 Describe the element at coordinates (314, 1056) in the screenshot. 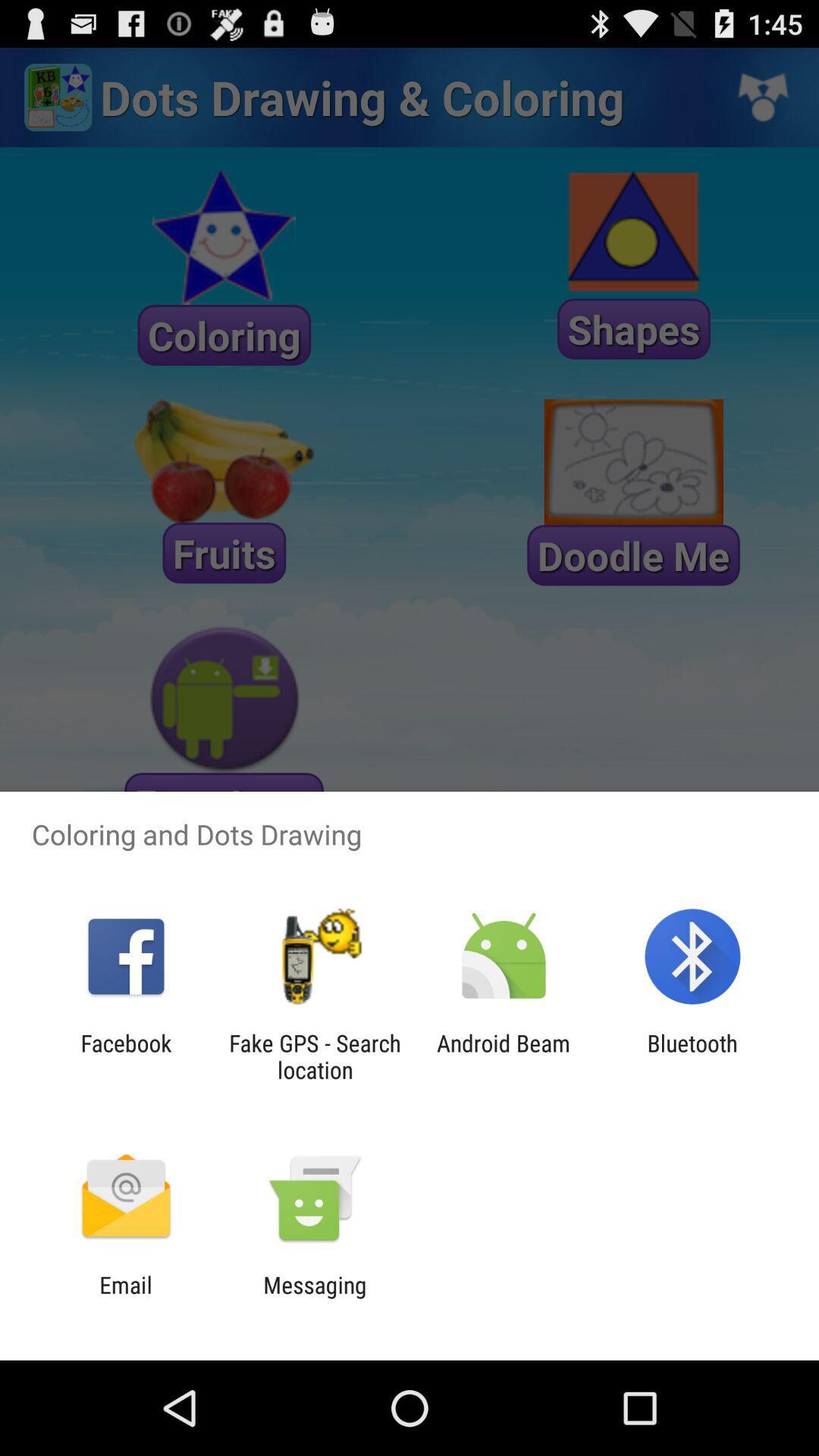

I see `the fake gps search` at that location.